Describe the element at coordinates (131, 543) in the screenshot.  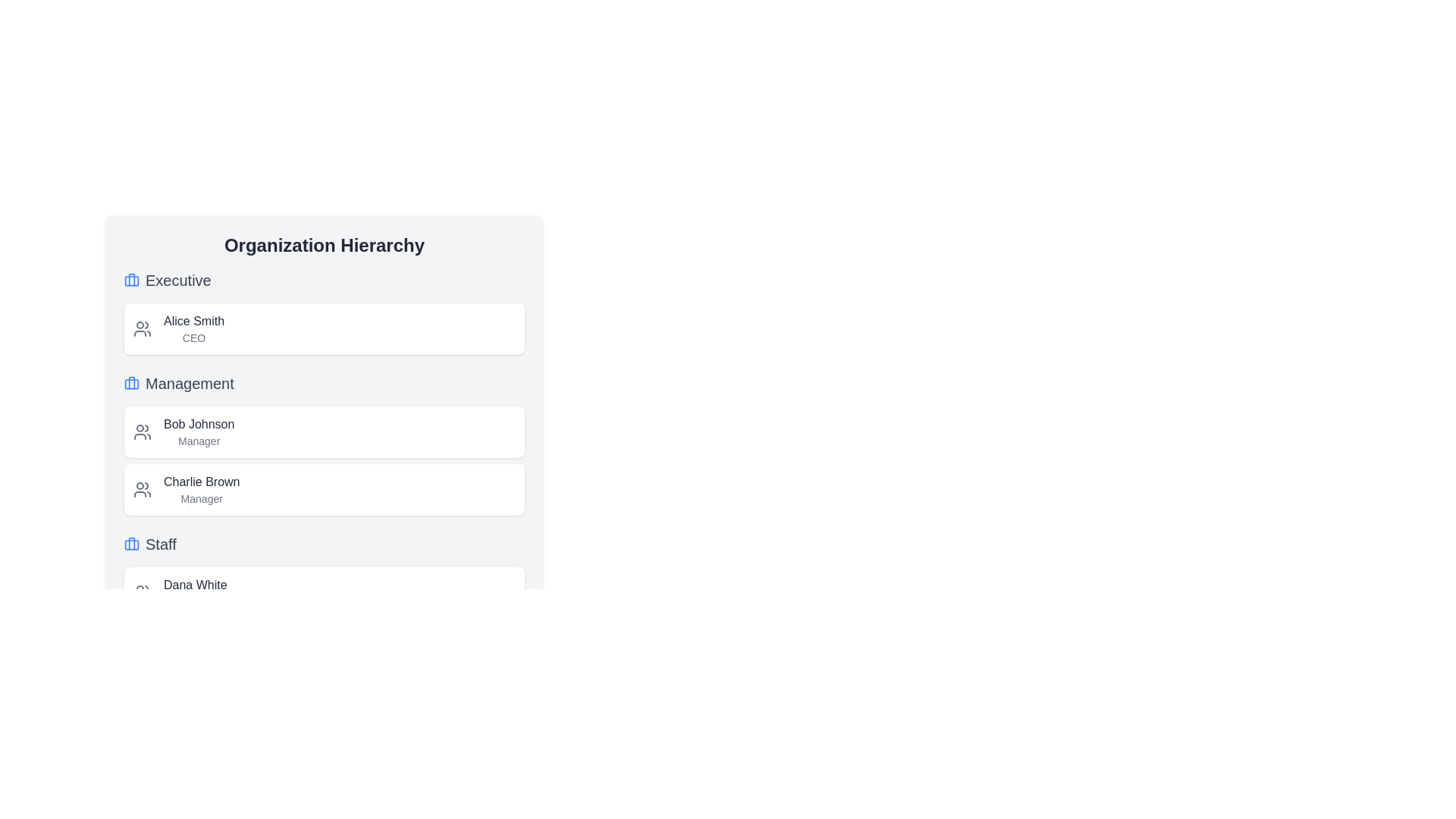
I see `the blue-styled rectangular icon representing a briefcase located in the 'Staff' section under the 'Organization Hierarchy' heading` at that location.